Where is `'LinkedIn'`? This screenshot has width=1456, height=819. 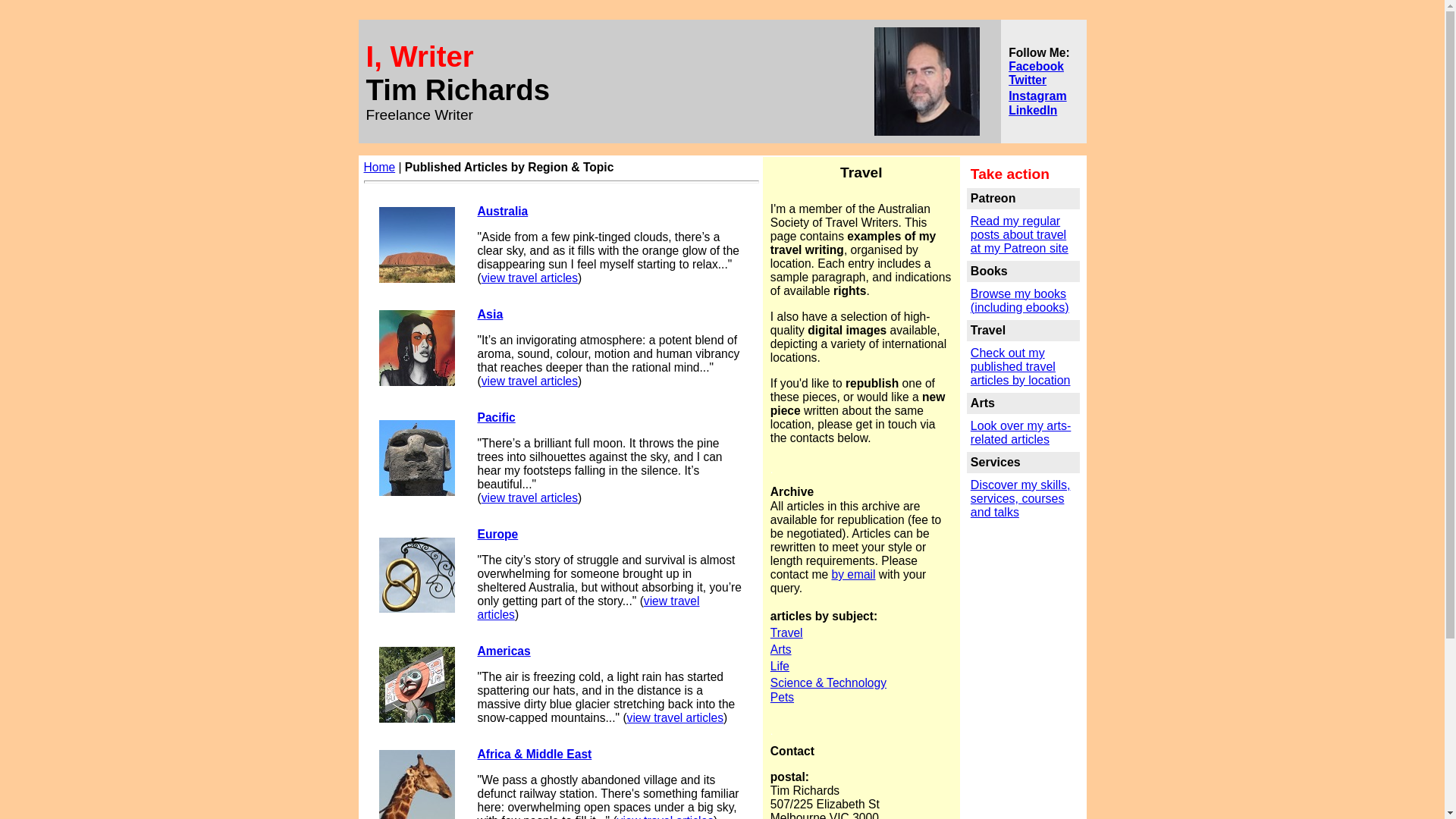
'LinkedIn' is located at coordinates (1008, 108).